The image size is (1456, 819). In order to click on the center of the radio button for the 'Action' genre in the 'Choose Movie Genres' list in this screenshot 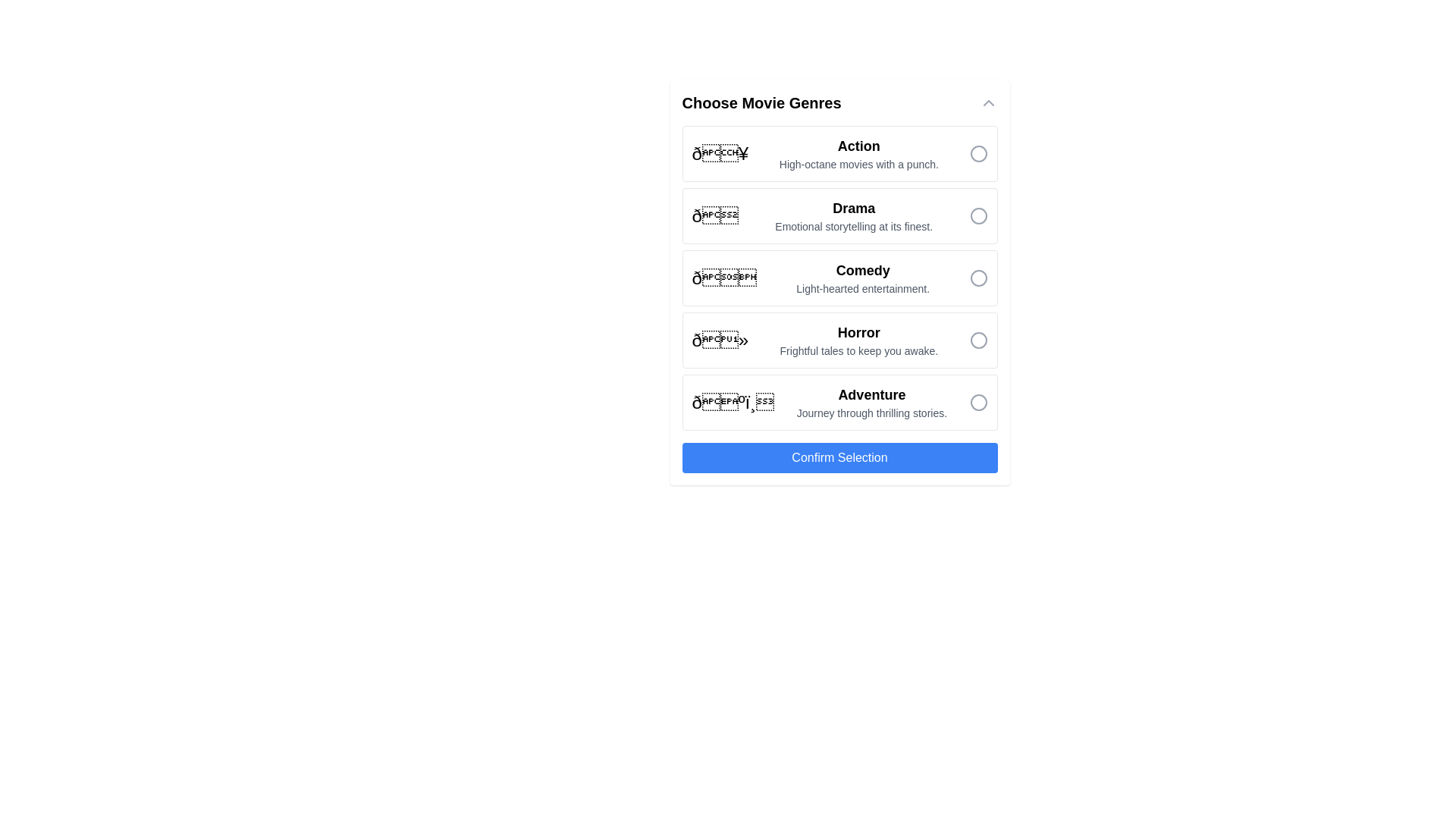, I will do `click(978, 154)`.